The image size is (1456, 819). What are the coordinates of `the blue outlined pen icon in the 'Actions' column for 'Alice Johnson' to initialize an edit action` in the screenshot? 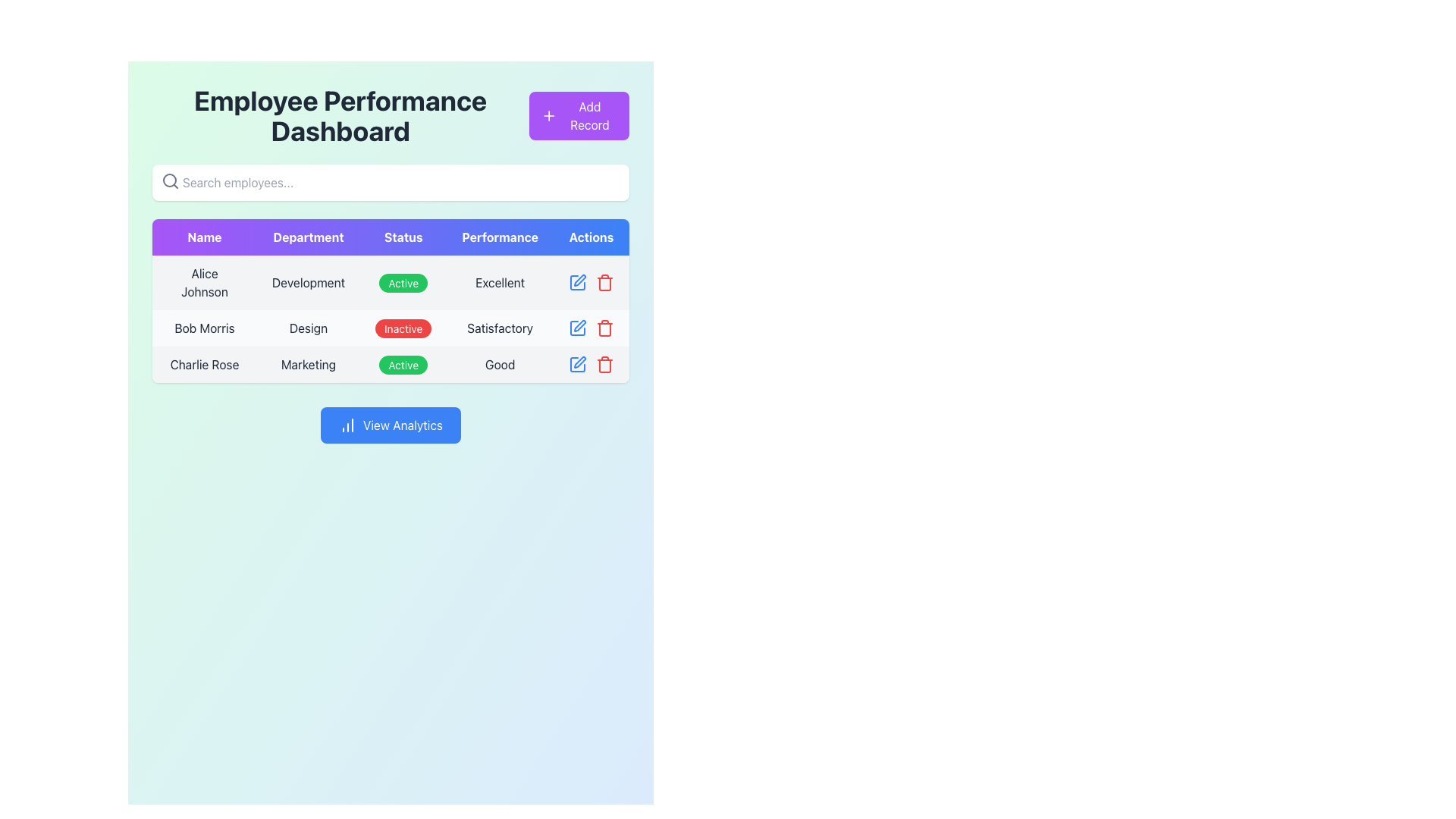 It's located at (577, 283).